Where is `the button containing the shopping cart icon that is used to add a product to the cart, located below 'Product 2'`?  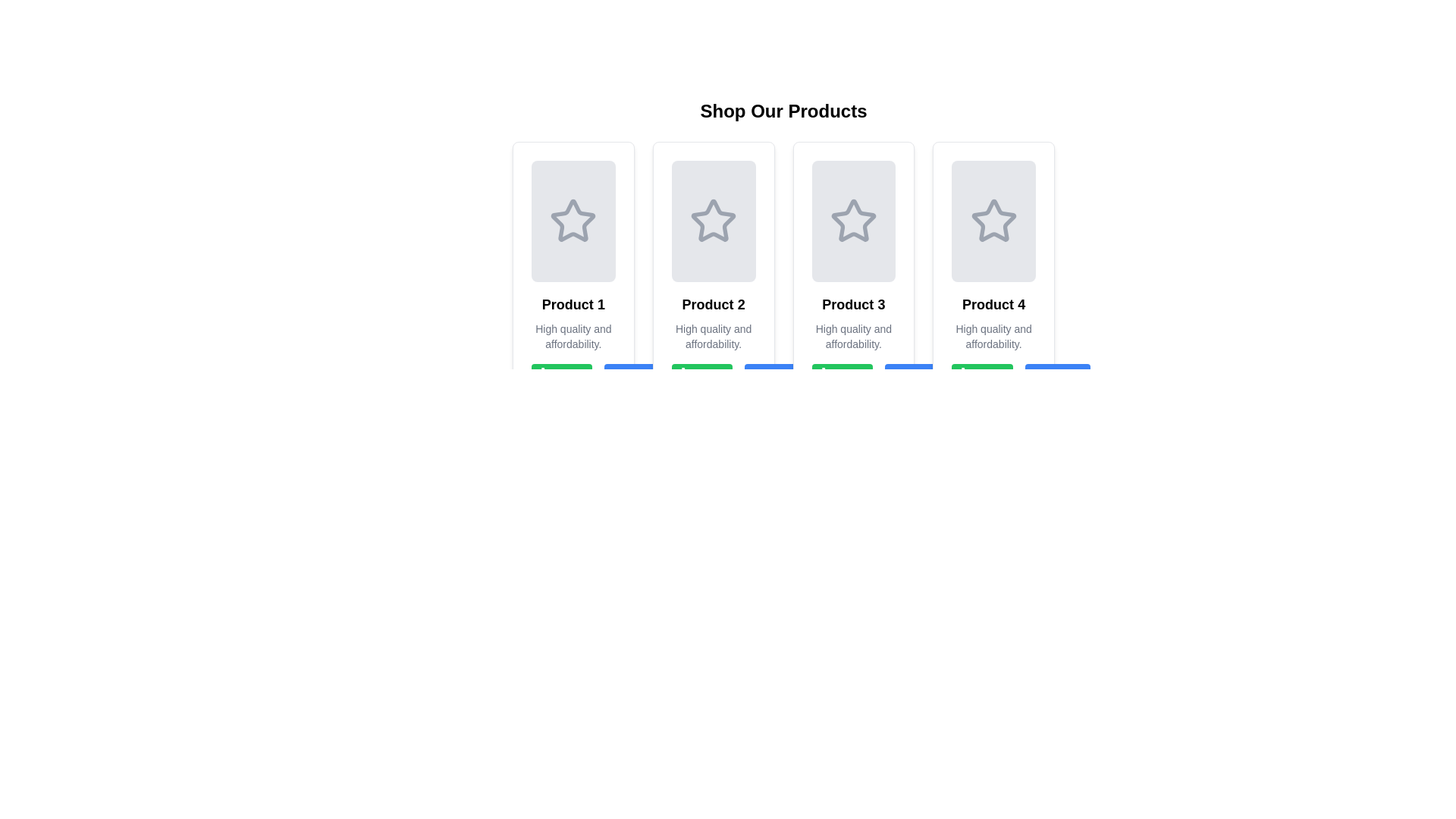 the button containing the shopping cart icon that is used to add a product to the cart, located below 'Product 2' is located at coordinates (689, 375).